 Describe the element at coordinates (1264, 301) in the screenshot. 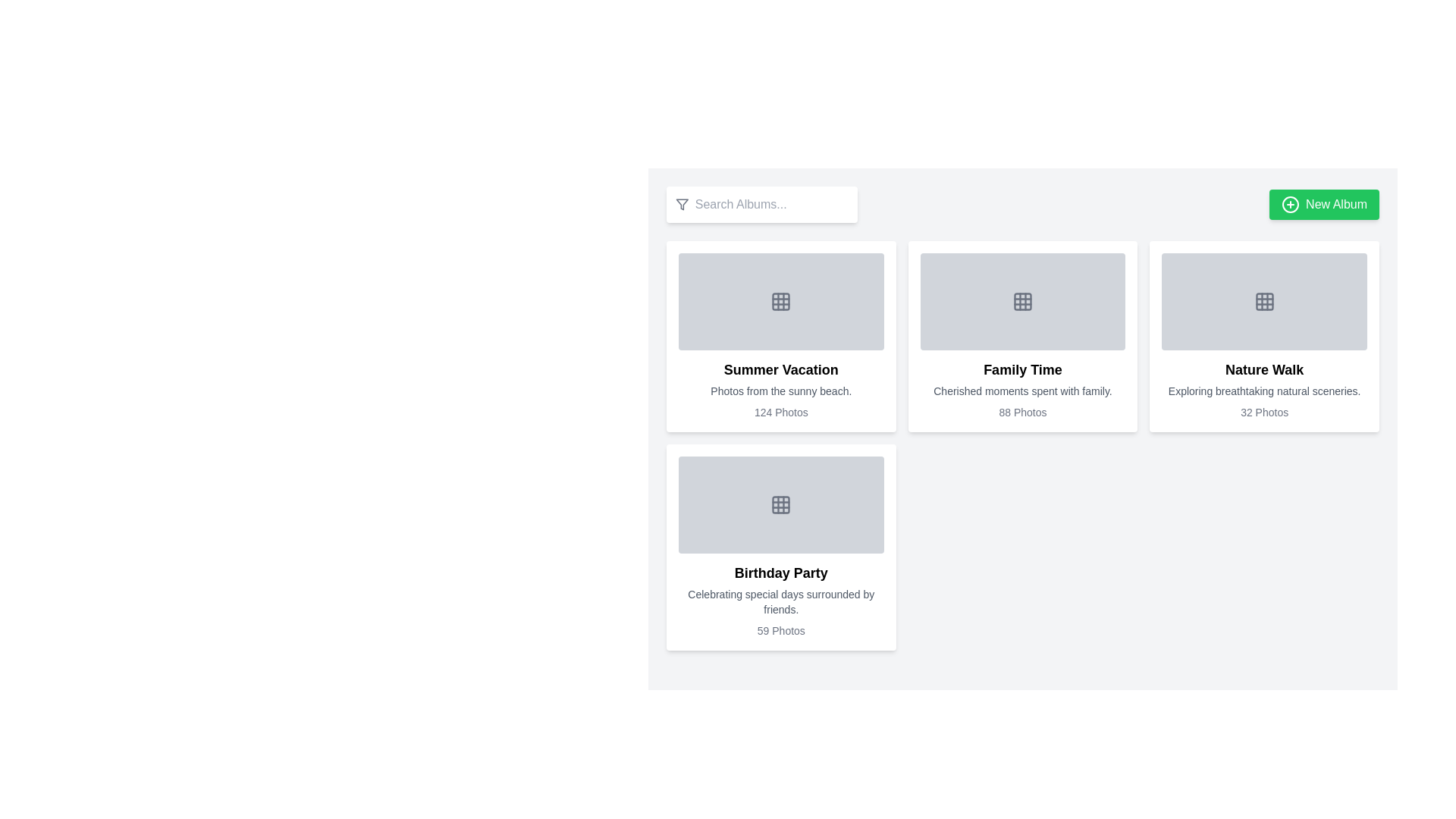

I see `the grid icon located in the top gray region of the 'Nature Walk' album card to interact with it` at that location.